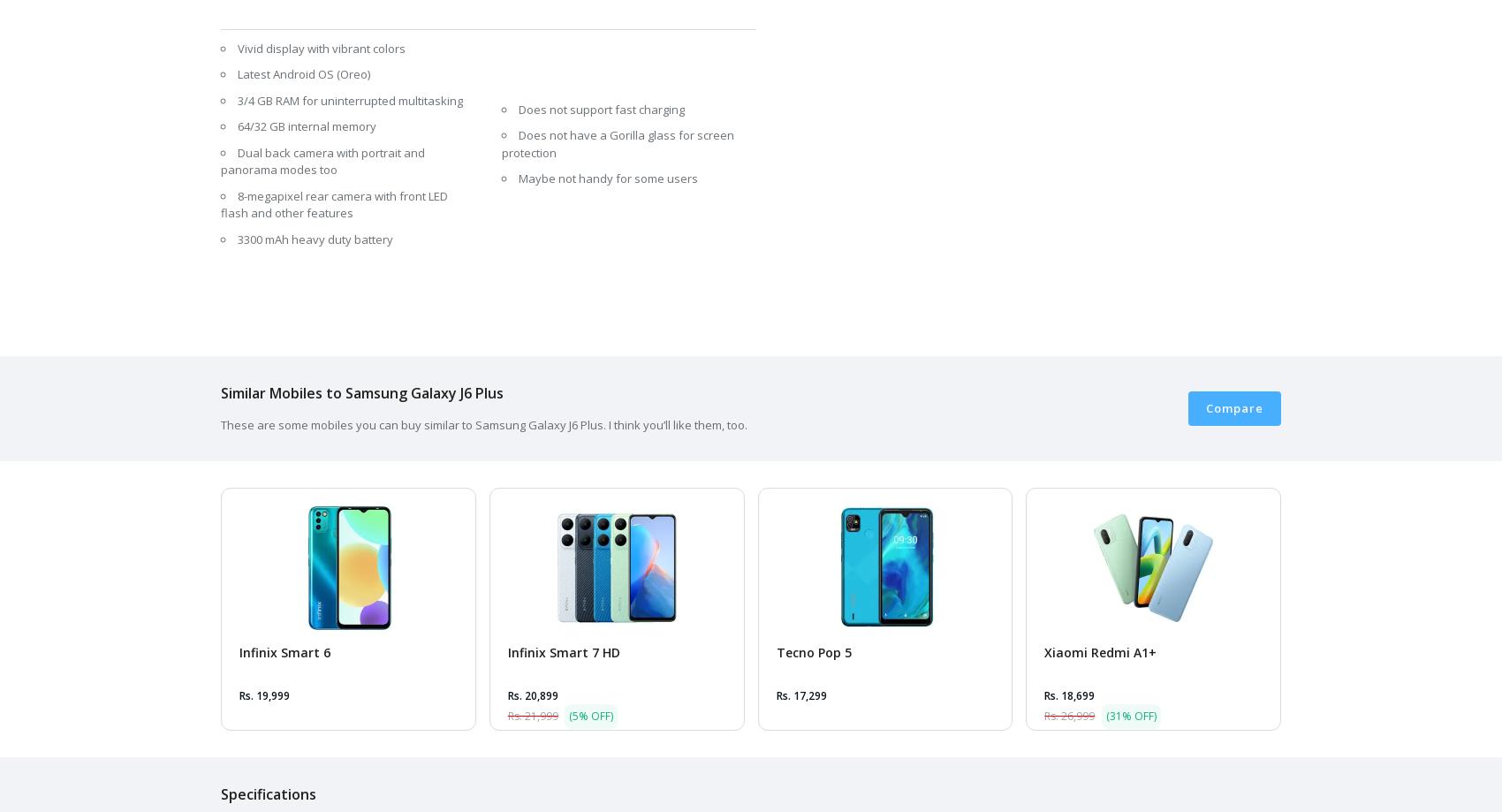 This screenshot has height=812, width=1502. Describe the element at coordinates (800, 694) in the screenshot. I see `'Rs. 17,299'` at that location.